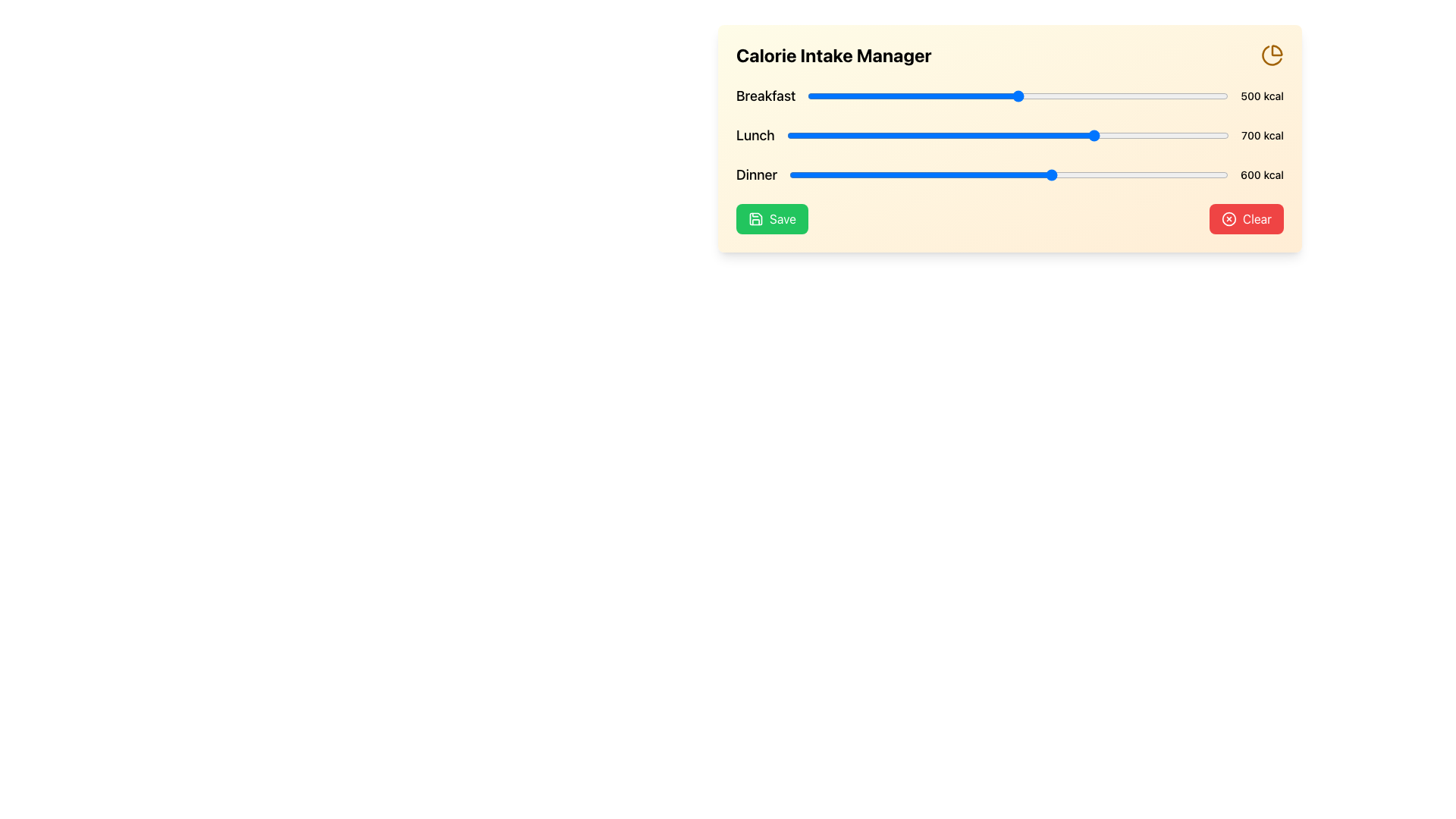 This screenshot has height=819, width=1456. I want to click on the text label displaying '700 kcal', which is styled in a small, medium-weight sans-serif font and positioned to the far right of a horizontal progress bar slider in a light beige background interface, so click(1263, 134).